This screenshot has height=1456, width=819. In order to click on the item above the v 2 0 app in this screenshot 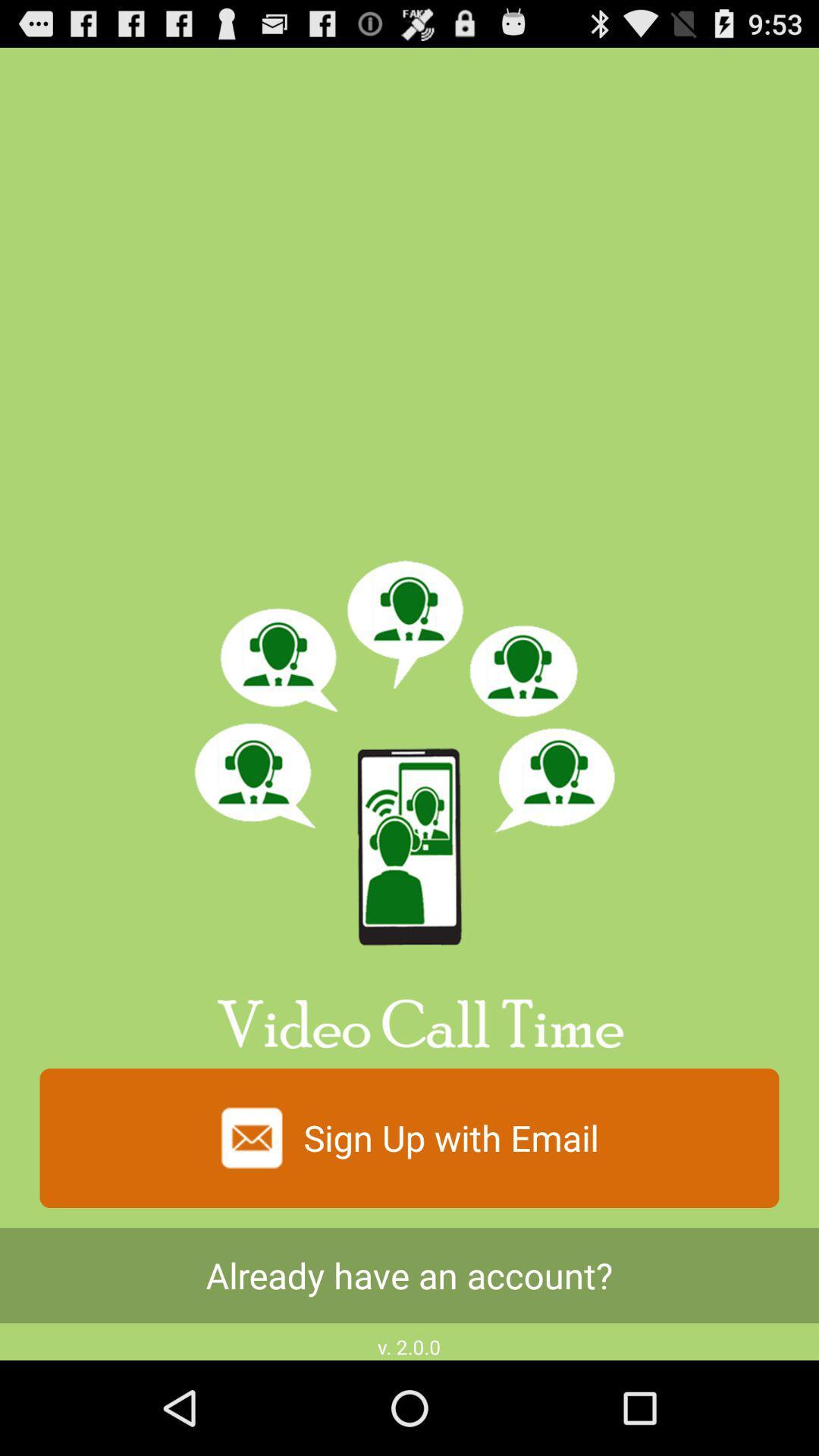, I will do `click(409, 1275)`.